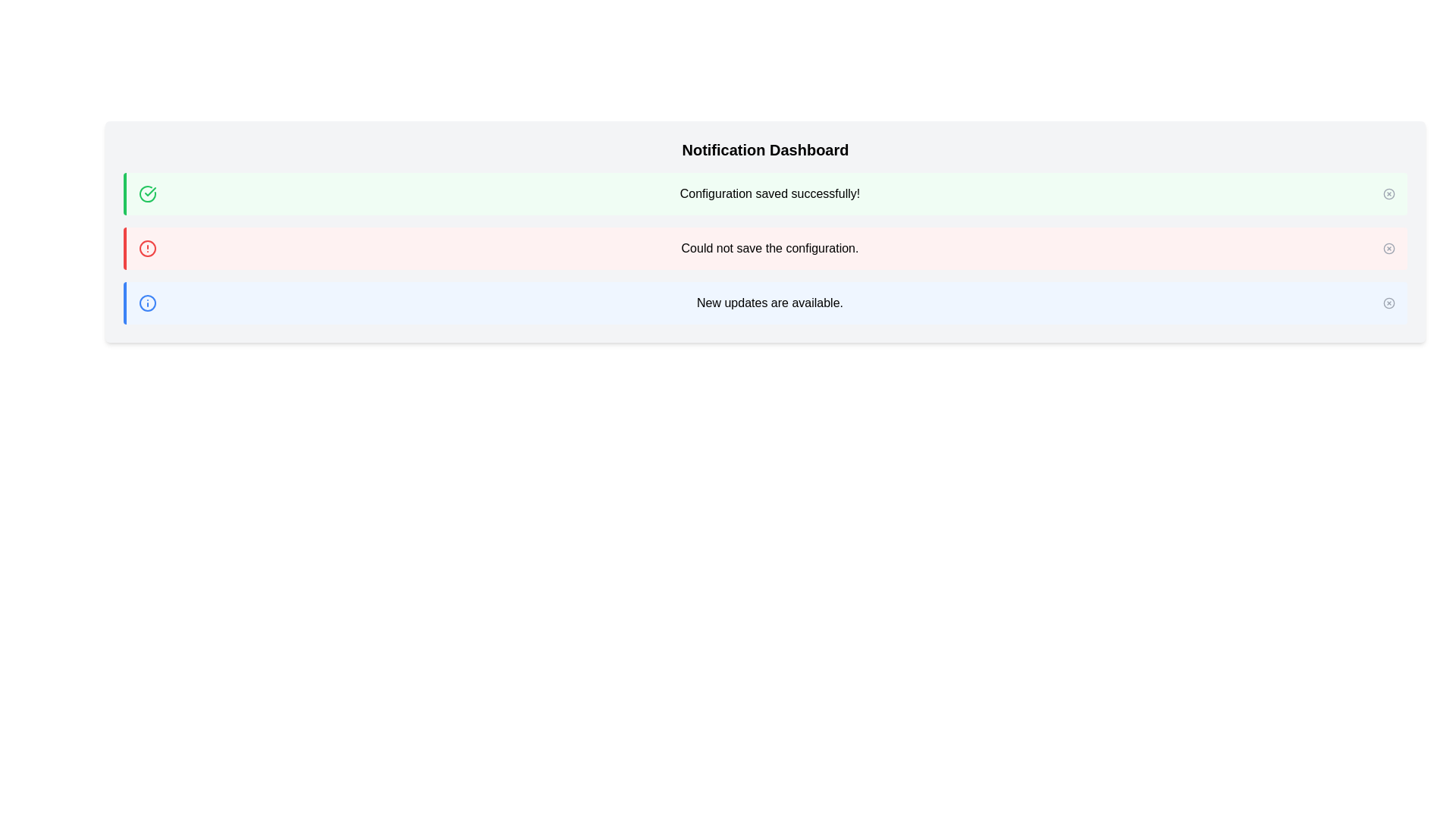 This screenshot has width=1456, height=819. I want to click on the topmost notification in the Notification Dashboard, so click(765, 193).